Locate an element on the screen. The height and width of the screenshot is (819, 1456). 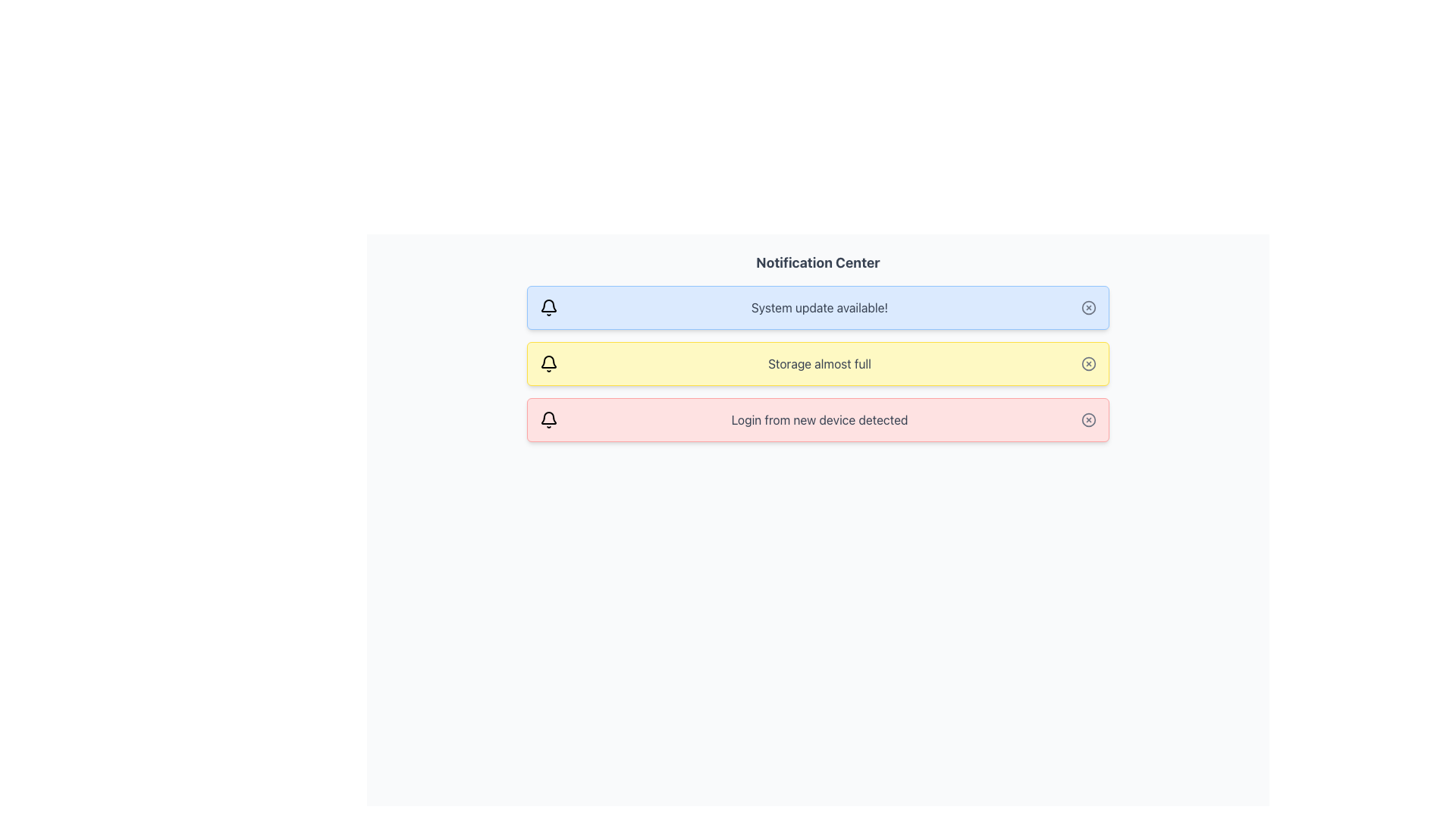
the SVG Circle element located within the yellow notification card labeled 'Storage almost full', positioned at the top-right corner inside the close button representation is located at coordinates (1087, 363).